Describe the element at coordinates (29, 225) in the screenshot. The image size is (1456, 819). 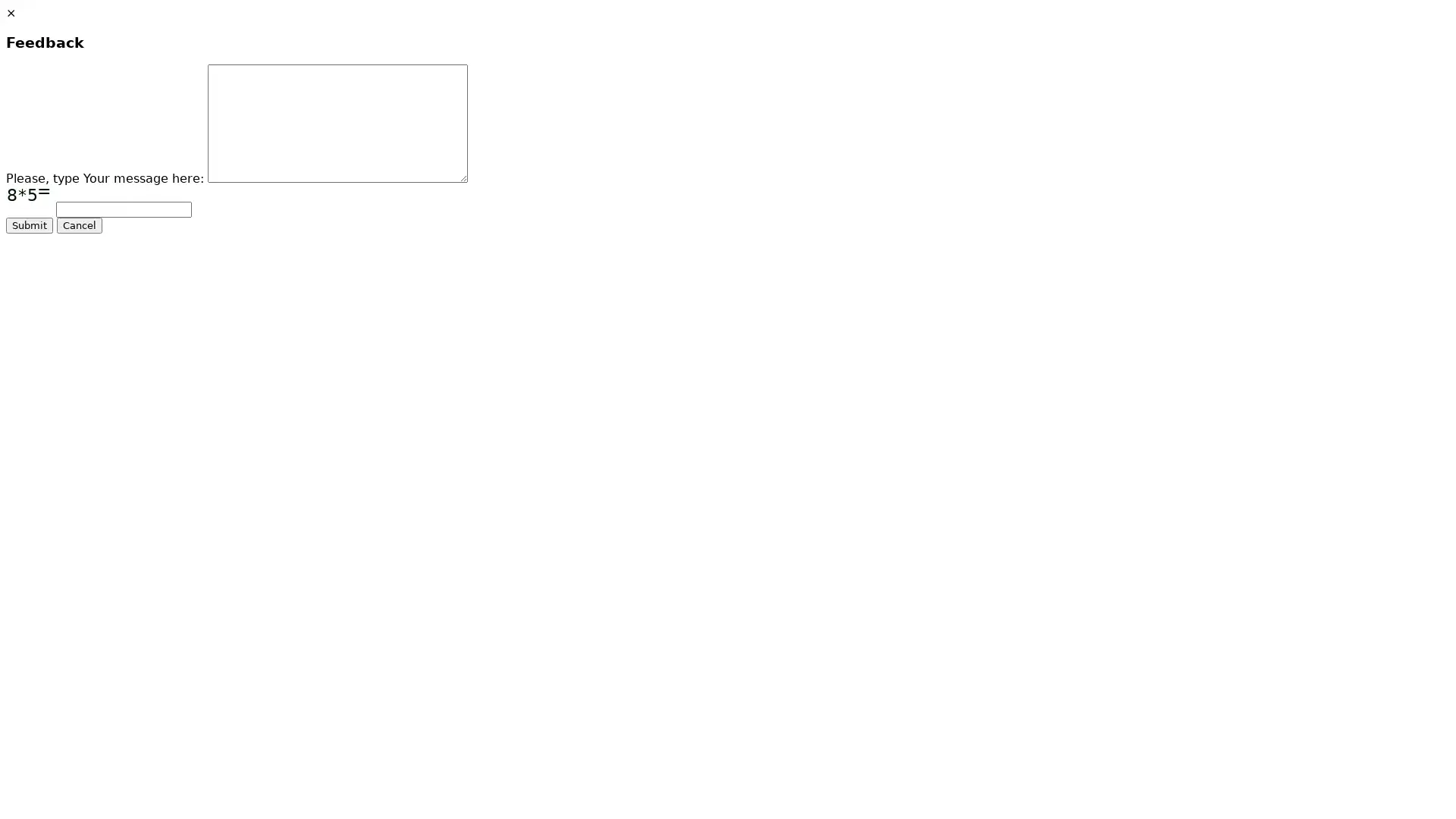
I see `Submit` at that location.